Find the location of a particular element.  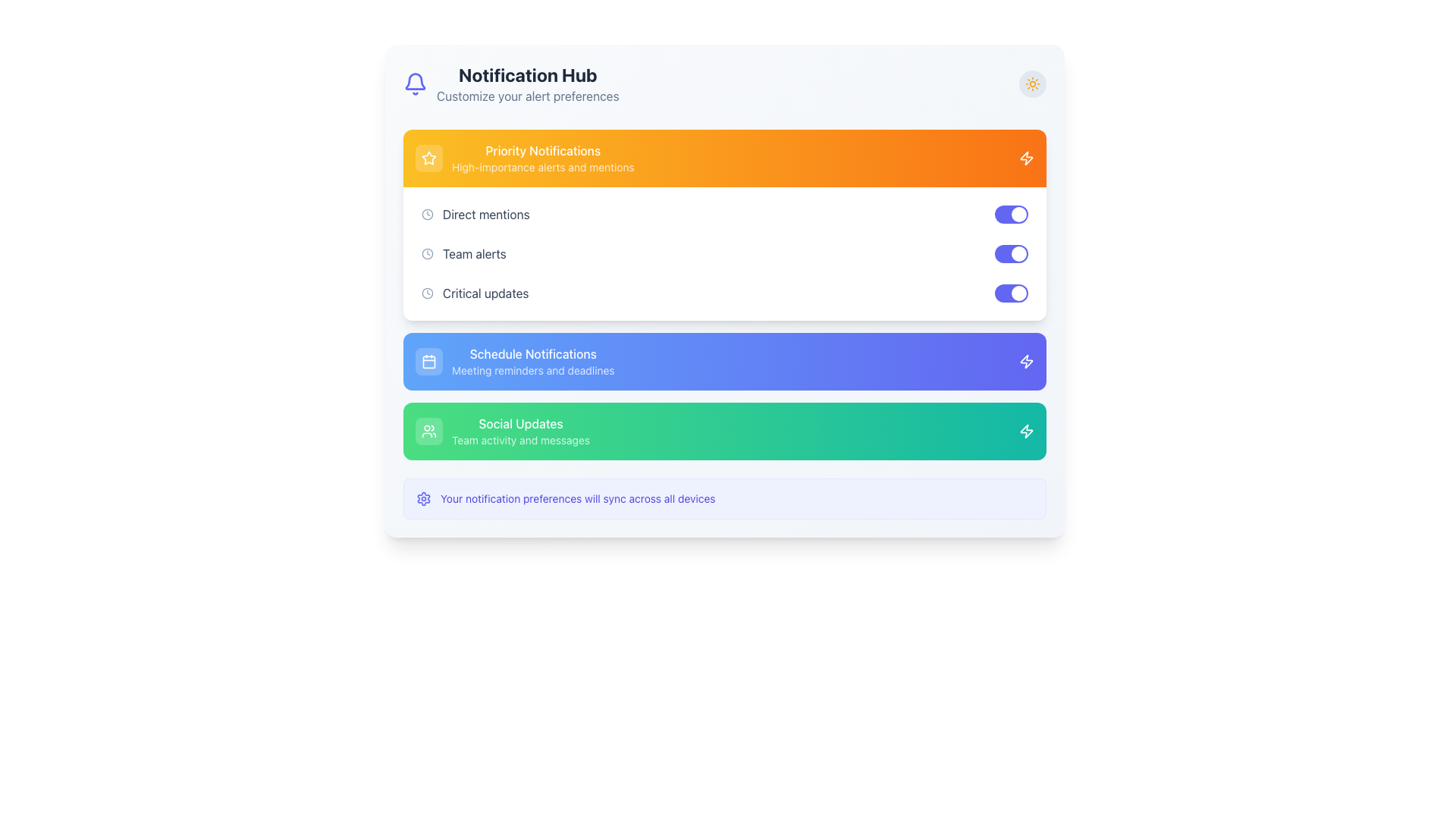

the star-shaped vector icon inside the frosted glass effect square located in the top-left section of the 'Priority Notifications' card, positioned left of the text 'Priority Notifications' is located at coordinates (428, 158).